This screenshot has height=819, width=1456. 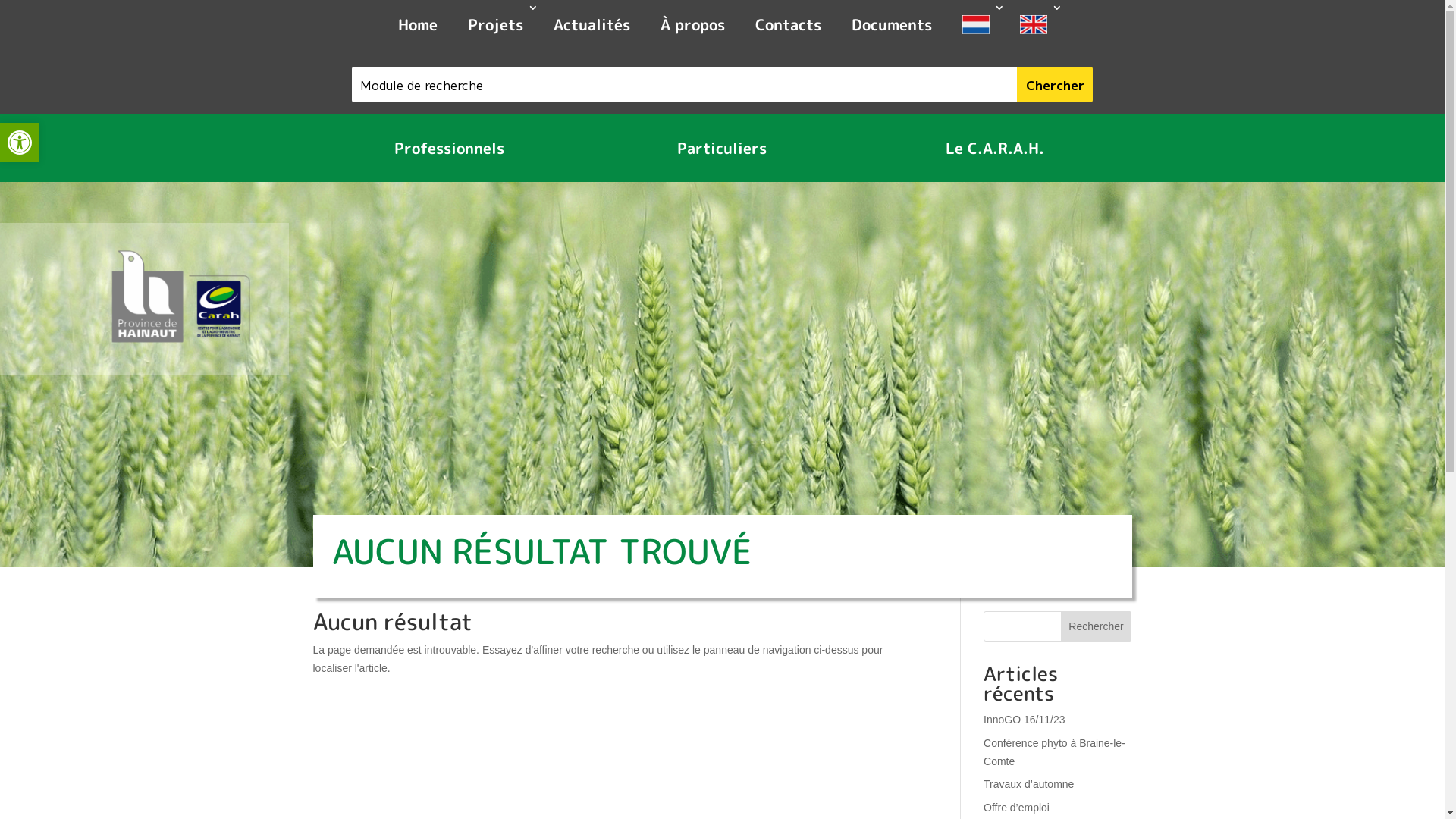 What do you see at coordinates (1024, 718) in the screenshot?
I see `'InnoGO 16/11/23'` at bounding box center [1024, 718].